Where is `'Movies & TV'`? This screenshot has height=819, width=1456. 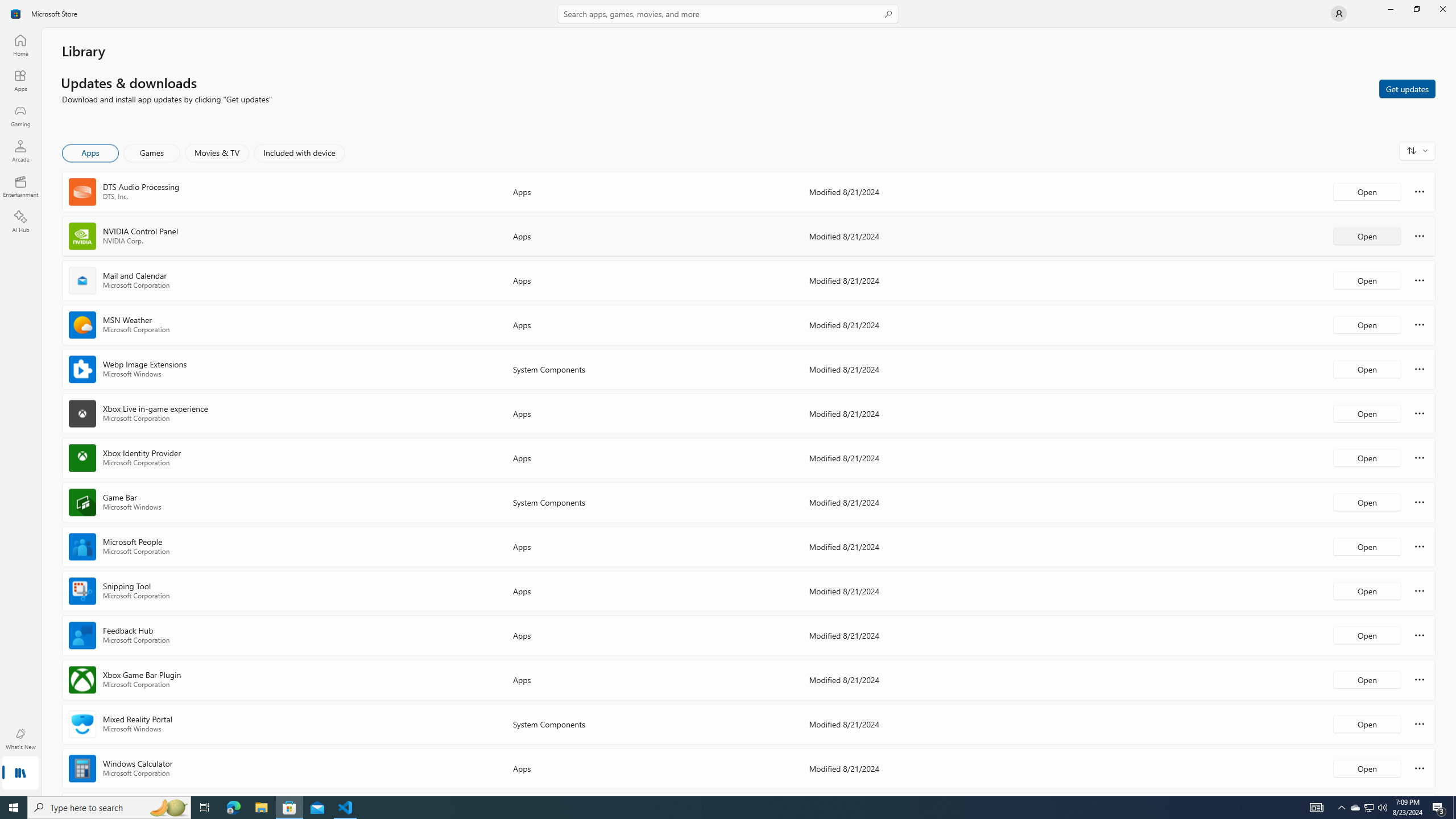
'Movies & TV' is located at coordinates (216, 152).